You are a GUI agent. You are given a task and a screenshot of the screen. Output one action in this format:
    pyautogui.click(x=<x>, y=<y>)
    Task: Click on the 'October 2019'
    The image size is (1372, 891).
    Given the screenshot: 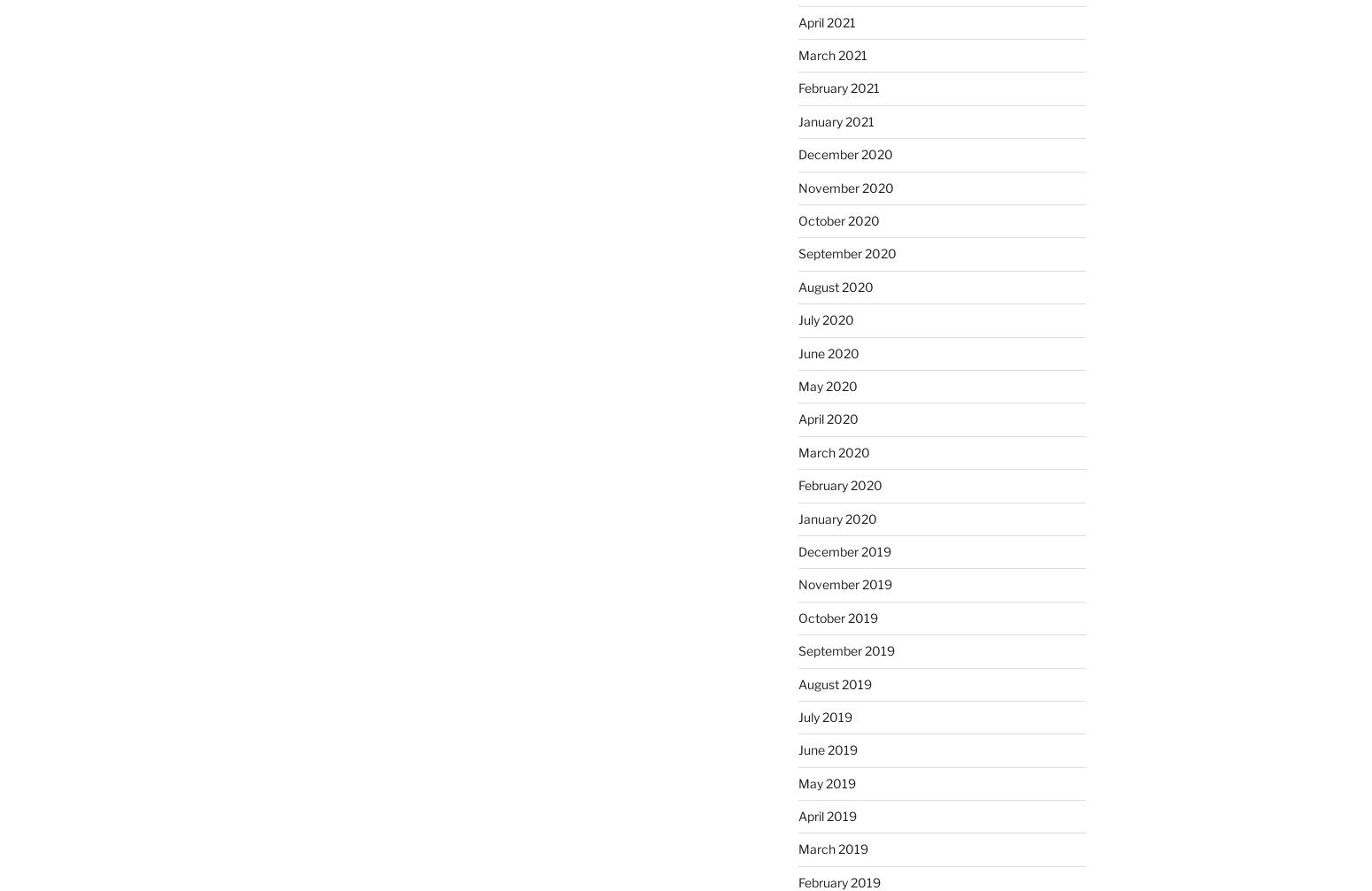 What is the action you would take?
    pyautogui.click(x=836, y=616)
    